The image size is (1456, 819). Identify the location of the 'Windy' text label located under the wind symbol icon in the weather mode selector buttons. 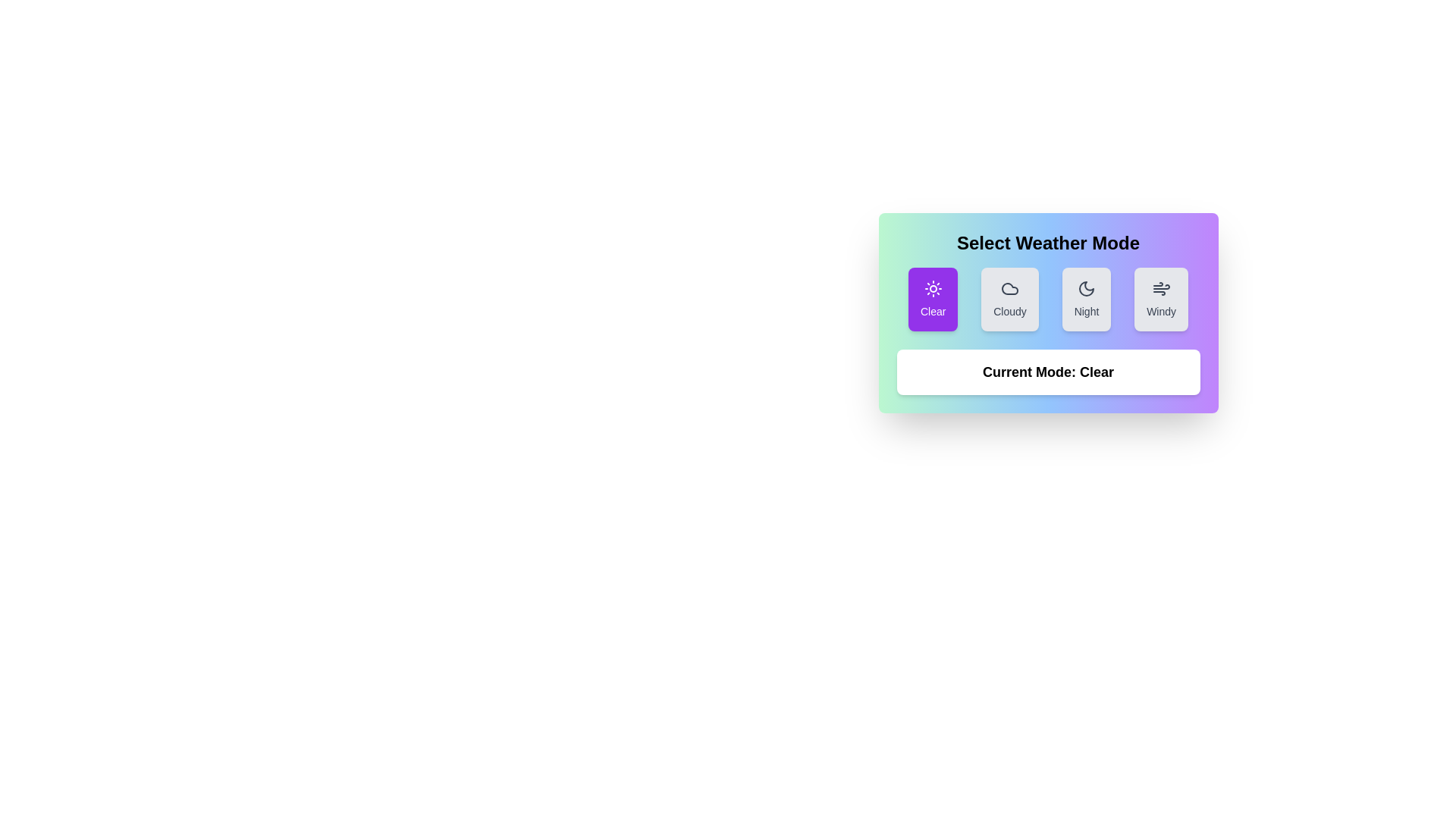
(1160, 311).